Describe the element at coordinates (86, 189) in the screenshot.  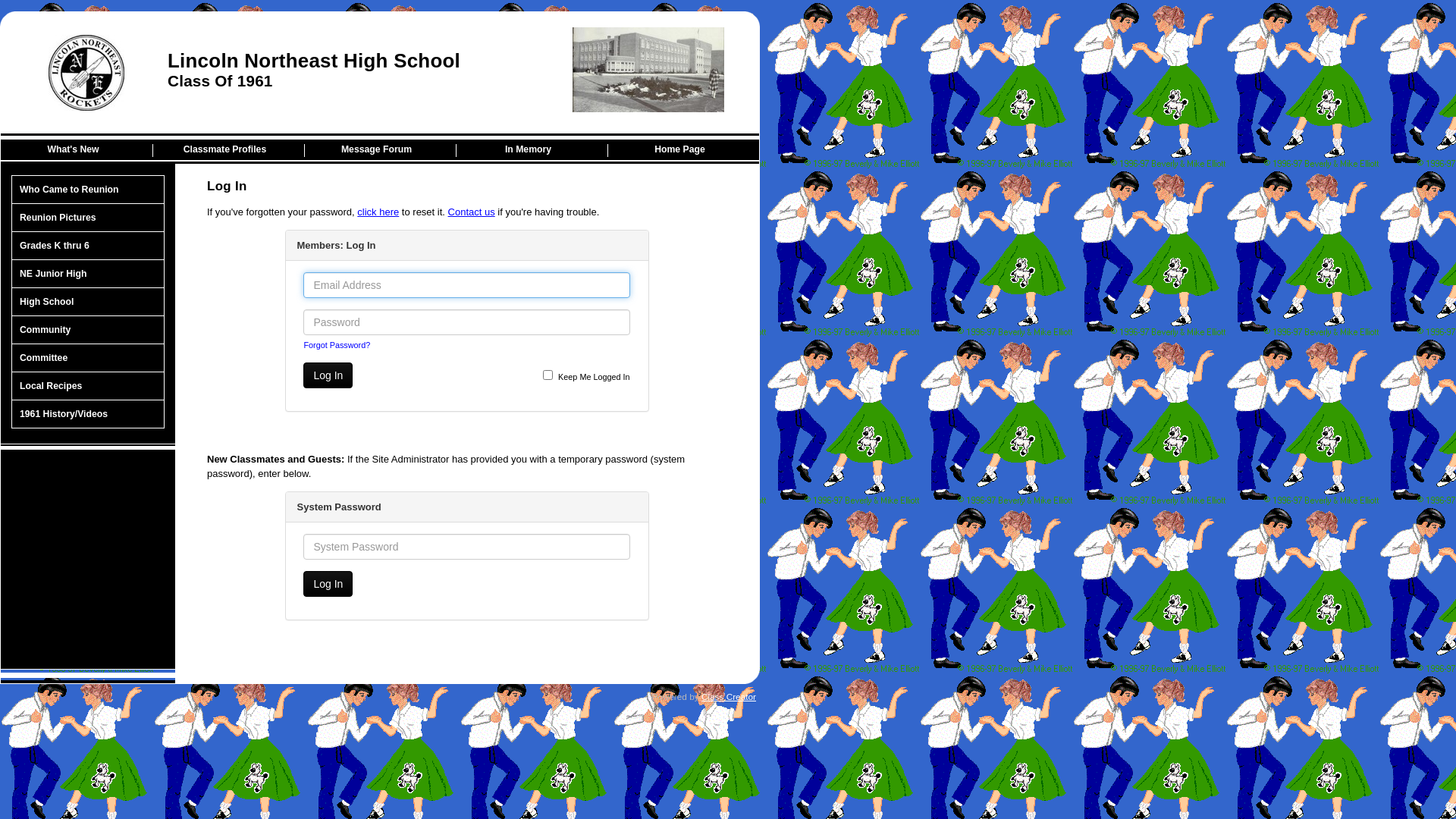
I see `'Who Came to Reunion'` at that location.